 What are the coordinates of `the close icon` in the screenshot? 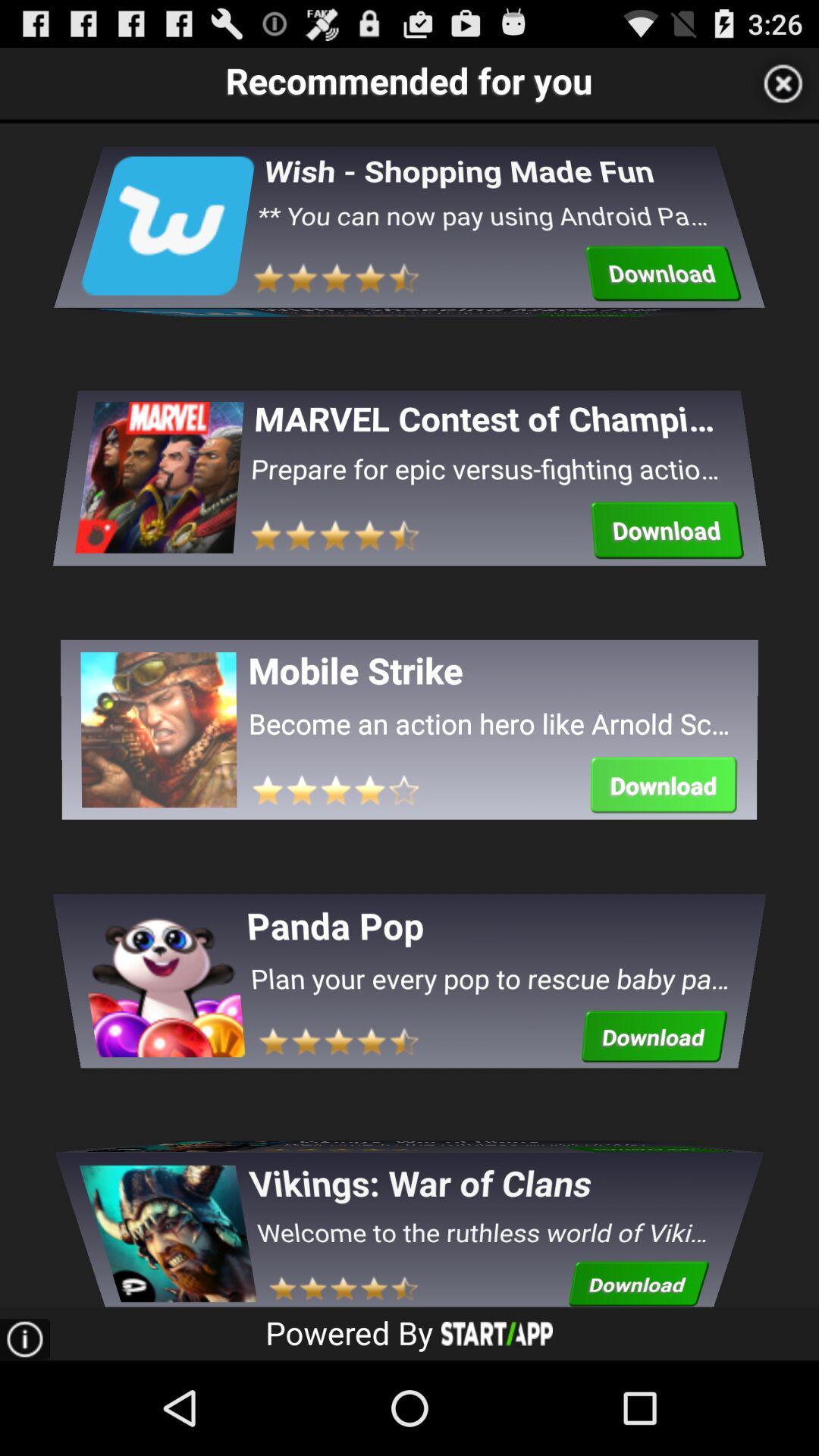 It's located at (783, 89).